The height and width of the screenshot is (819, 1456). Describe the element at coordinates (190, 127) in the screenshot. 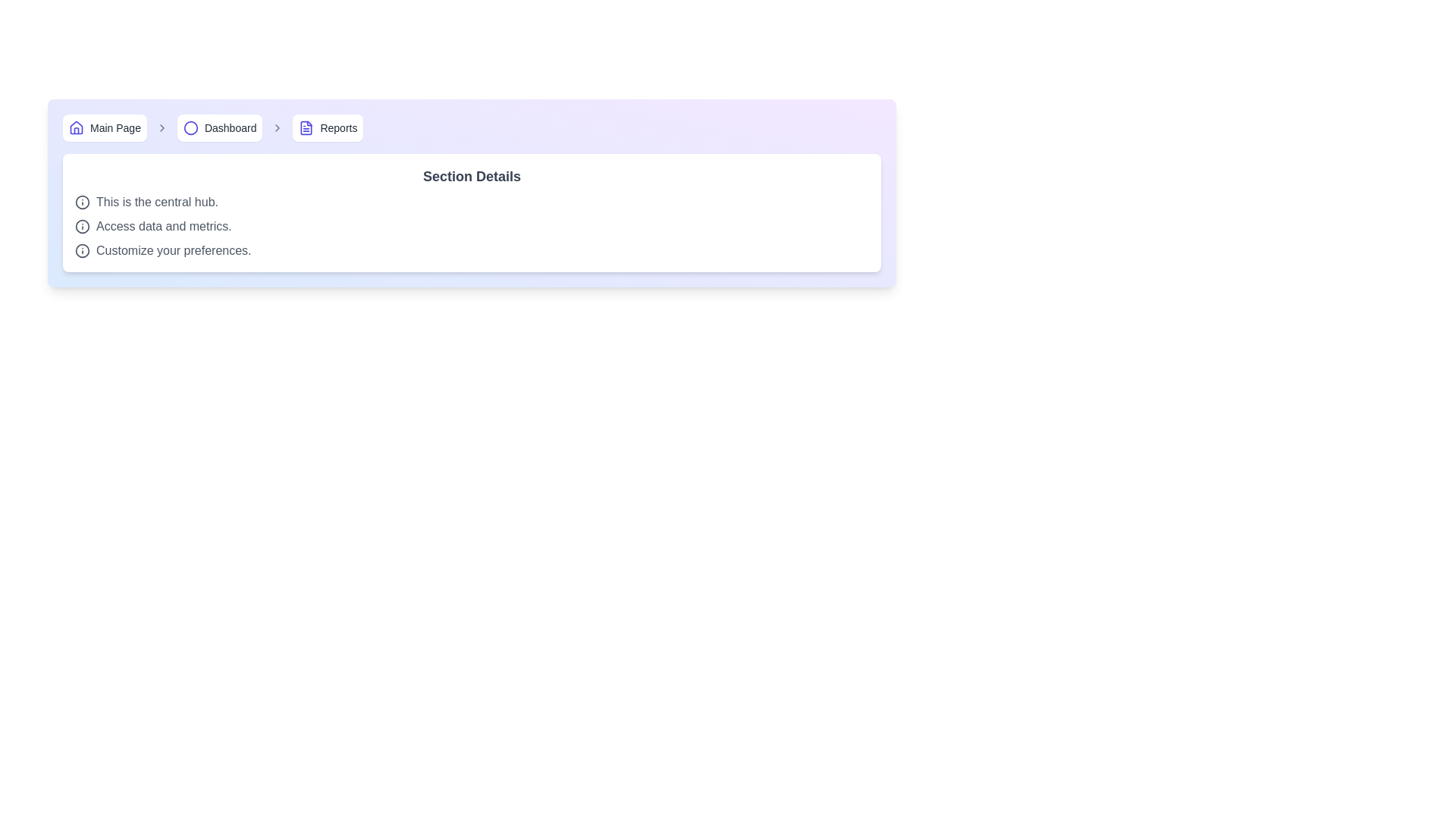

I see `the SVG circle graphic icon representing the second navigation item labeled 'Dashboard' in the breadcrumb navigation structure` at that location.